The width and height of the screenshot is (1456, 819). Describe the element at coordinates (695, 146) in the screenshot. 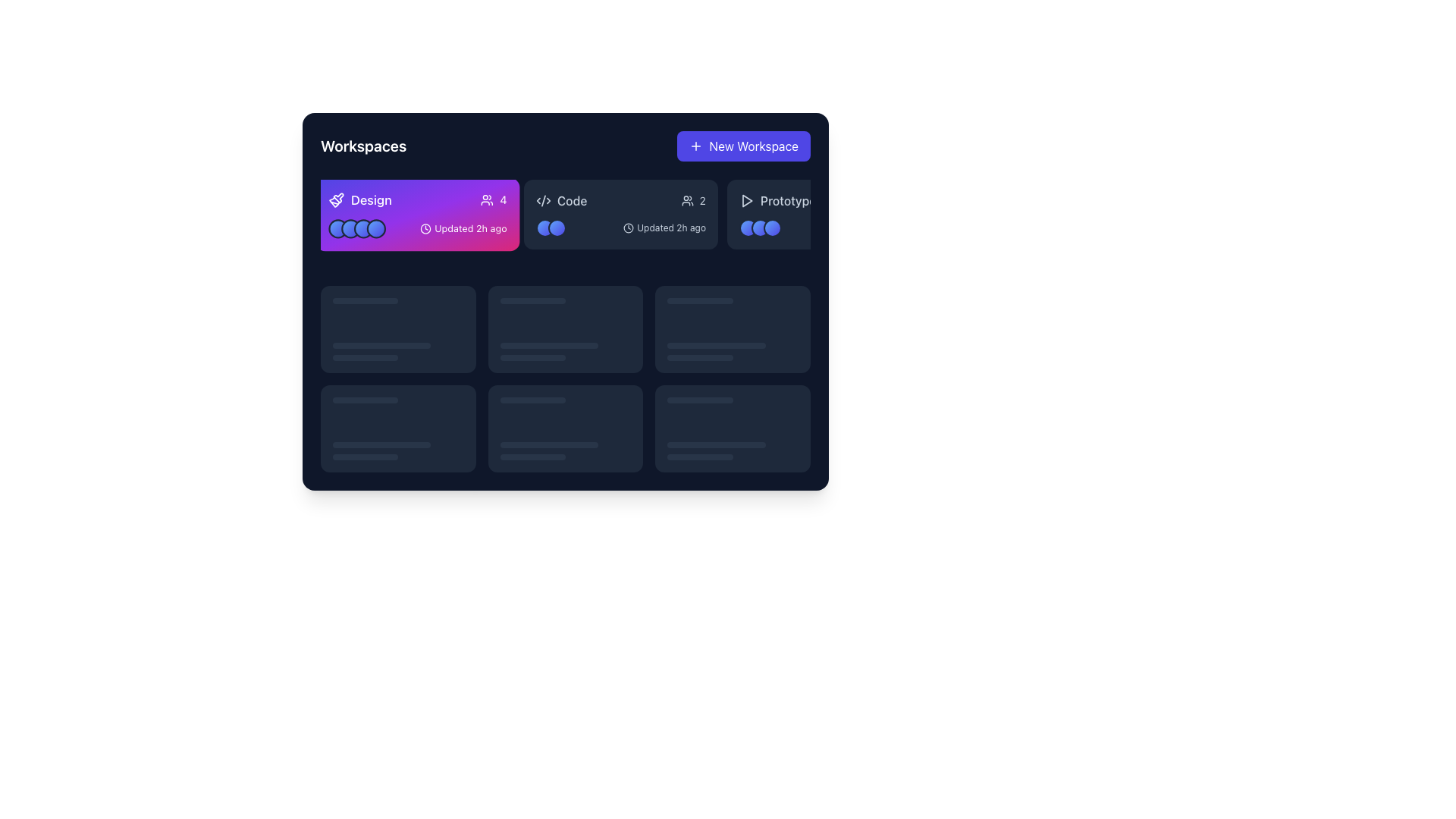

I see `the plus icon, which is a minimalist design with a plain outline on a blue background, located to the left of the 'New Workspace' button at the top-right corner of the layout` at that location.